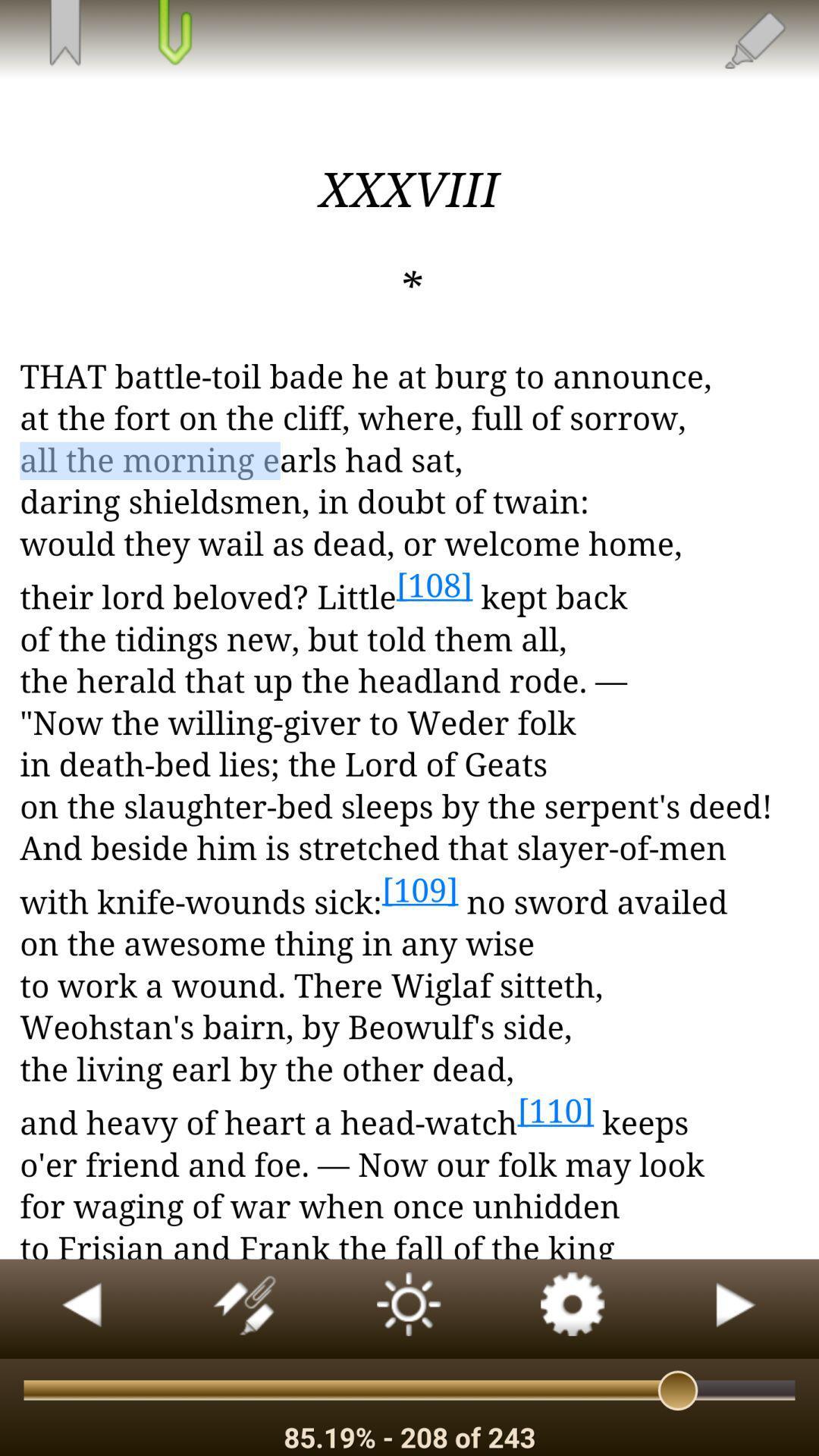  What do you see at coordinates (736, 1308) in the screenshot?
I see `proceed to next` at bounding box center [736, 1308].